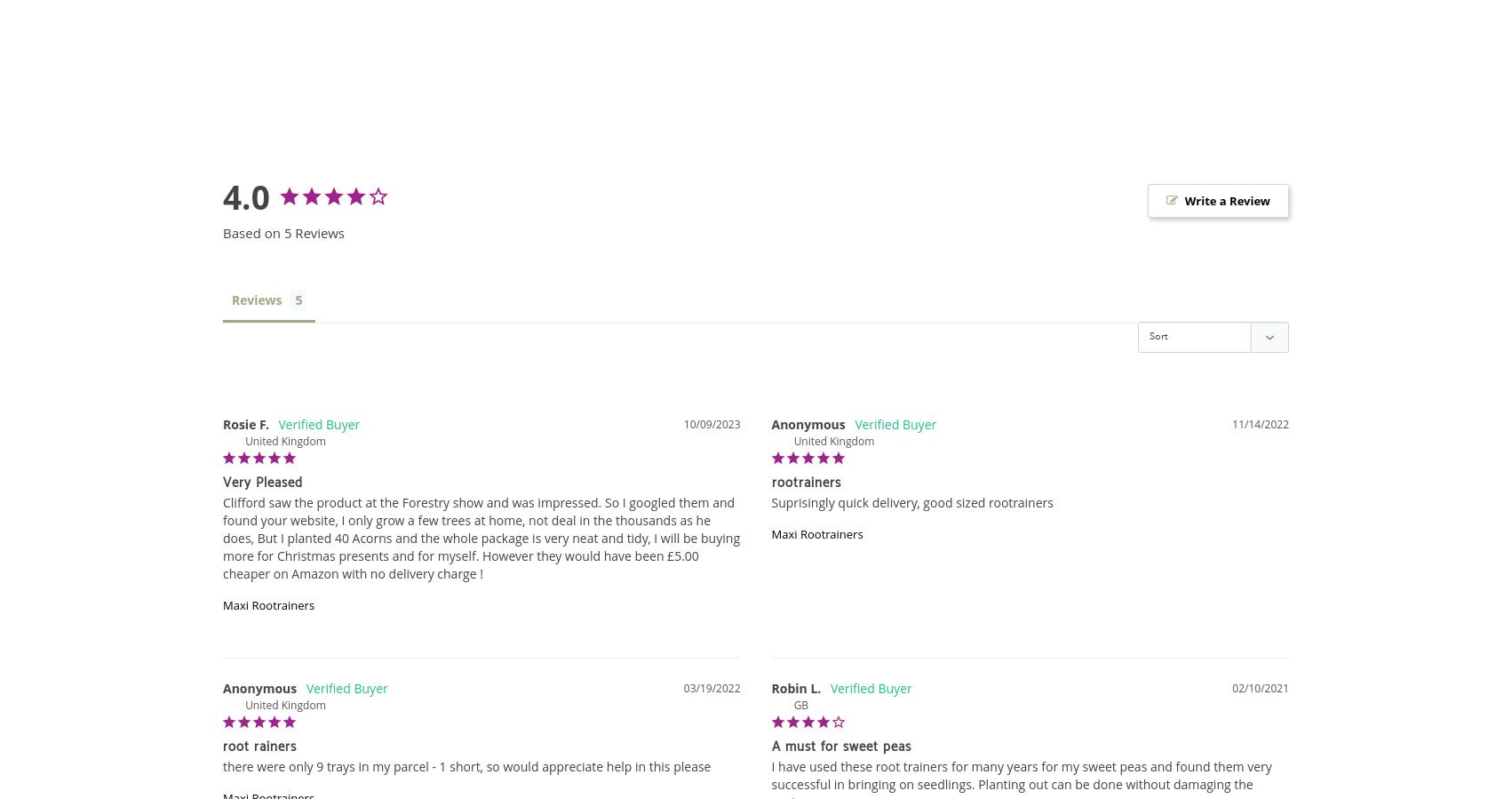  I want to click on 'Suprisingly quick delivery, good sized rootrainers', so click(911, 501).